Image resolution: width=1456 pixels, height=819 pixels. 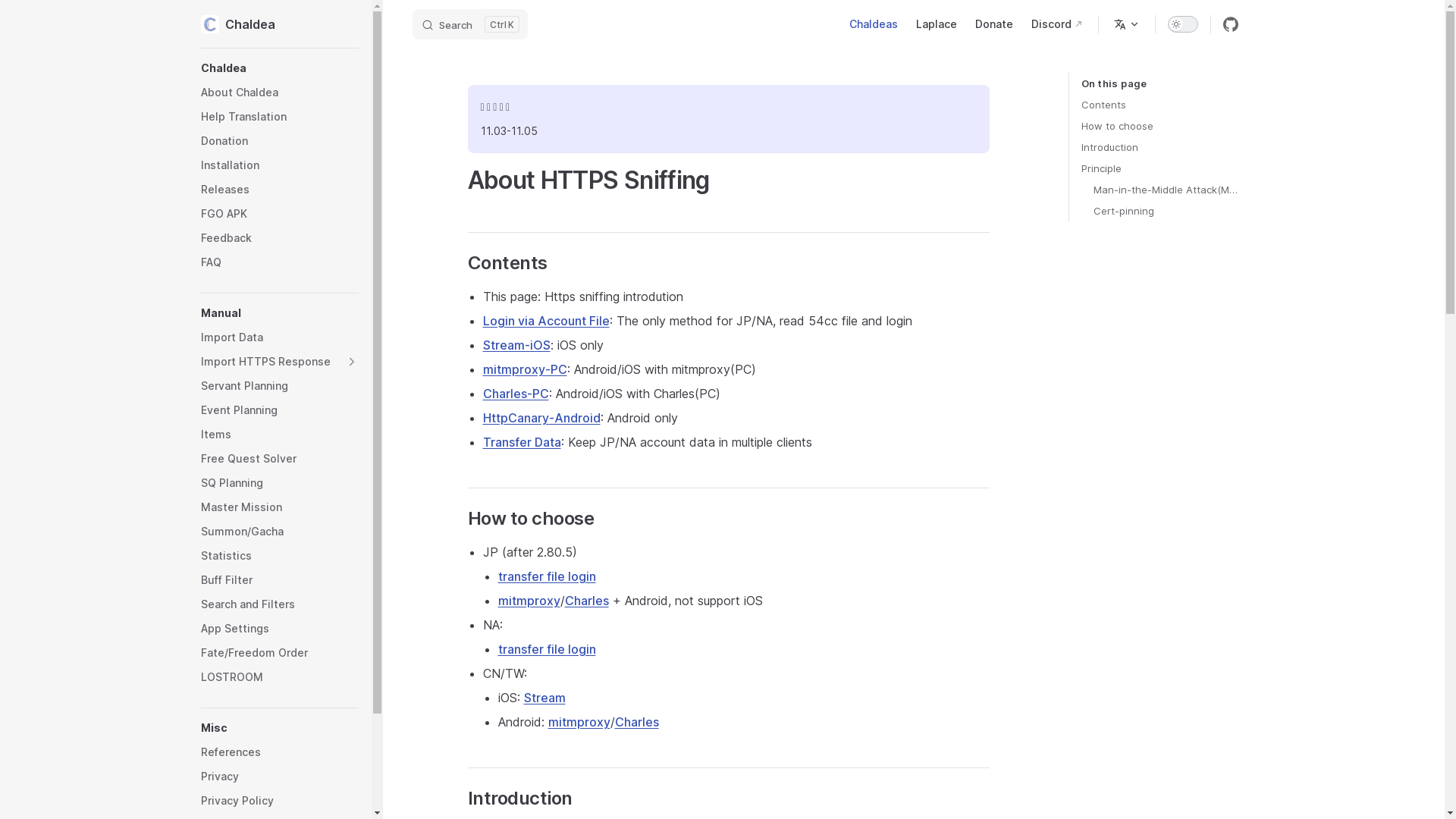 I want to click on 'Help Translation', so click(x=279, y=116).